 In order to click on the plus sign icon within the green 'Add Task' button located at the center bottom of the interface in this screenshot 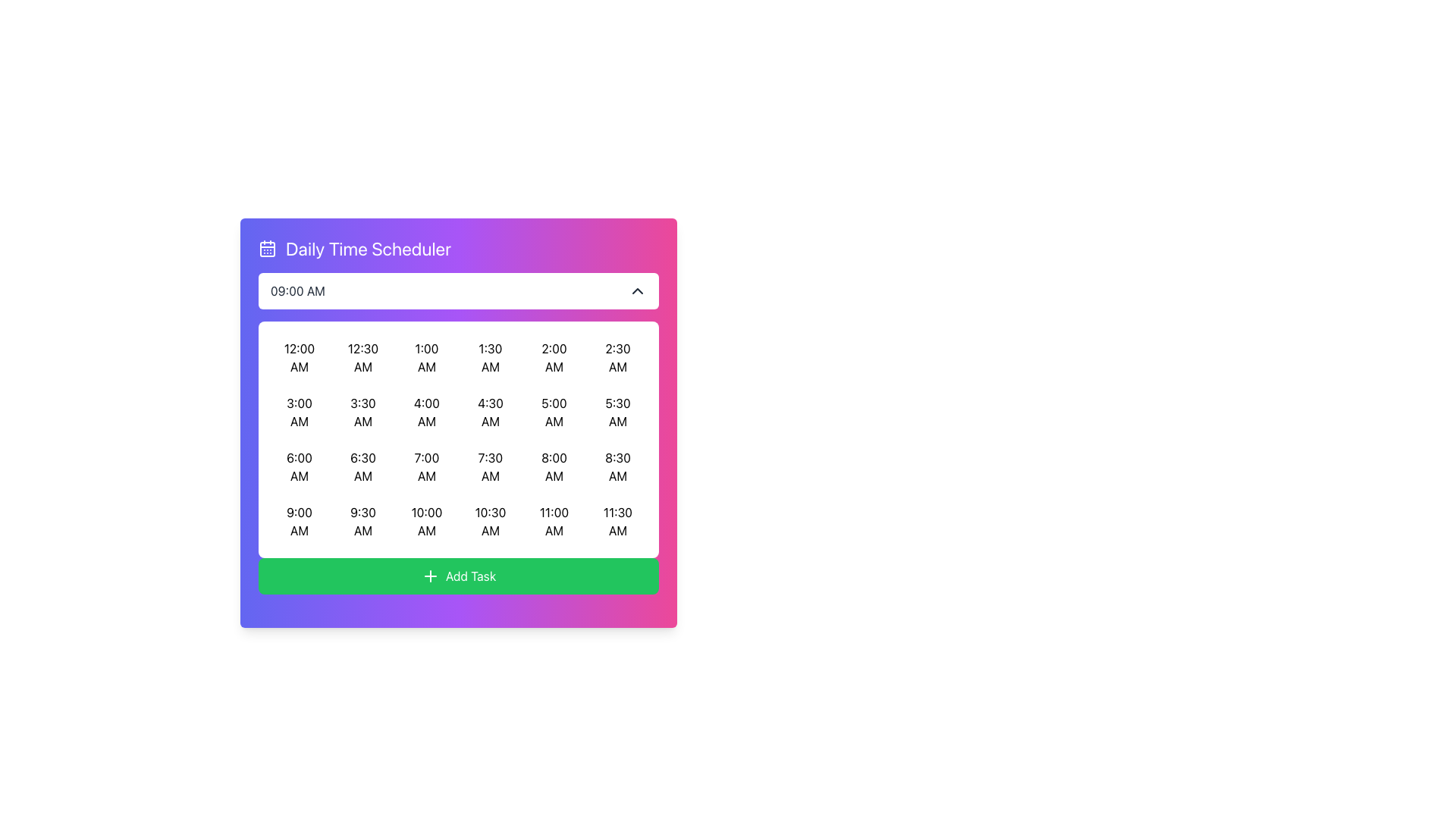, I will do `click(429, 576)`.